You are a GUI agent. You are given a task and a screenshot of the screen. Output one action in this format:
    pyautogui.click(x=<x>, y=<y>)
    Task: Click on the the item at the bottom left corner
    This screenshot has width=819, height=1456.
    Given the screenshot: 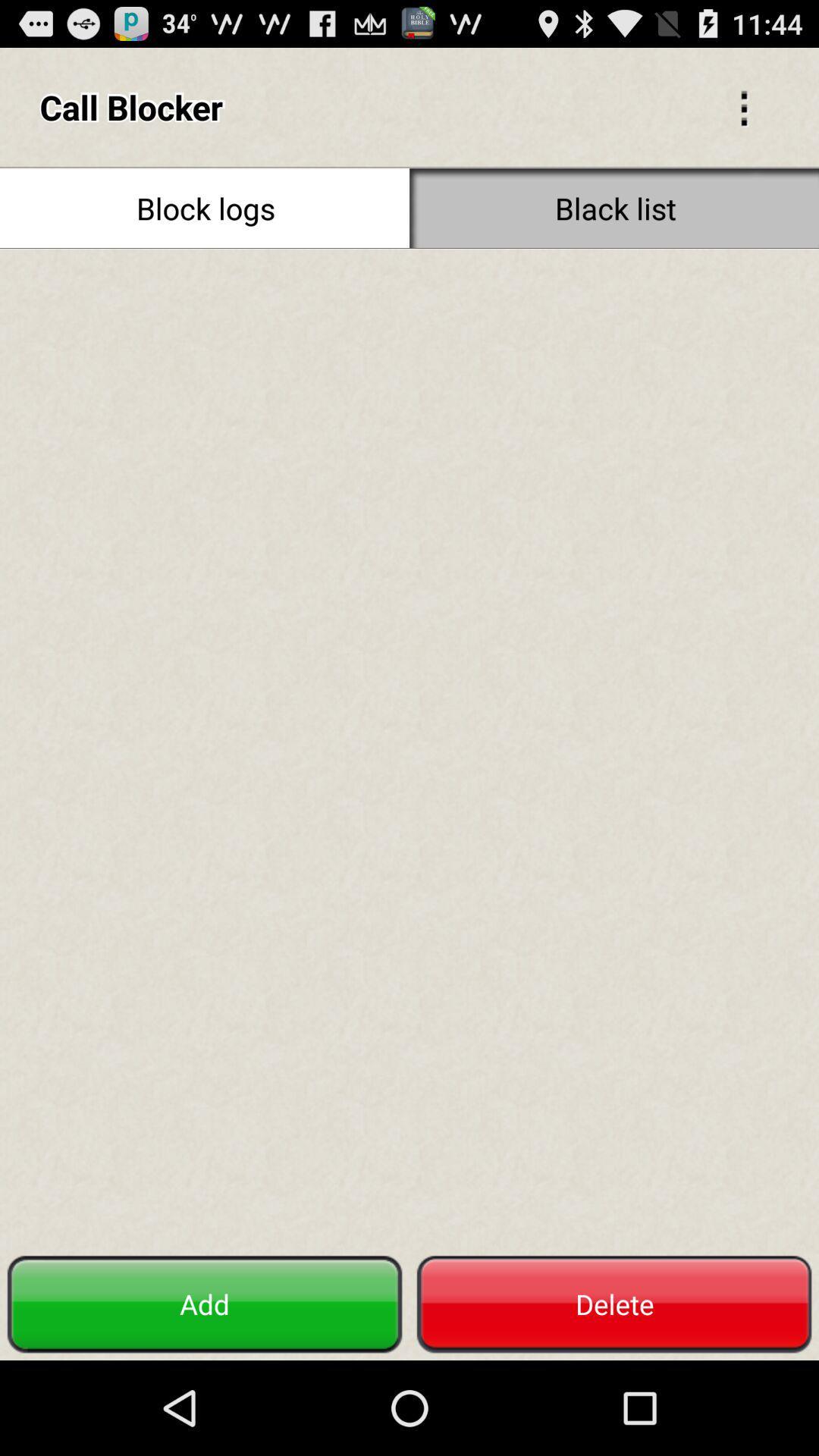 What is the action you would take?
    pyautogui.click(x=205, y=1304)
    